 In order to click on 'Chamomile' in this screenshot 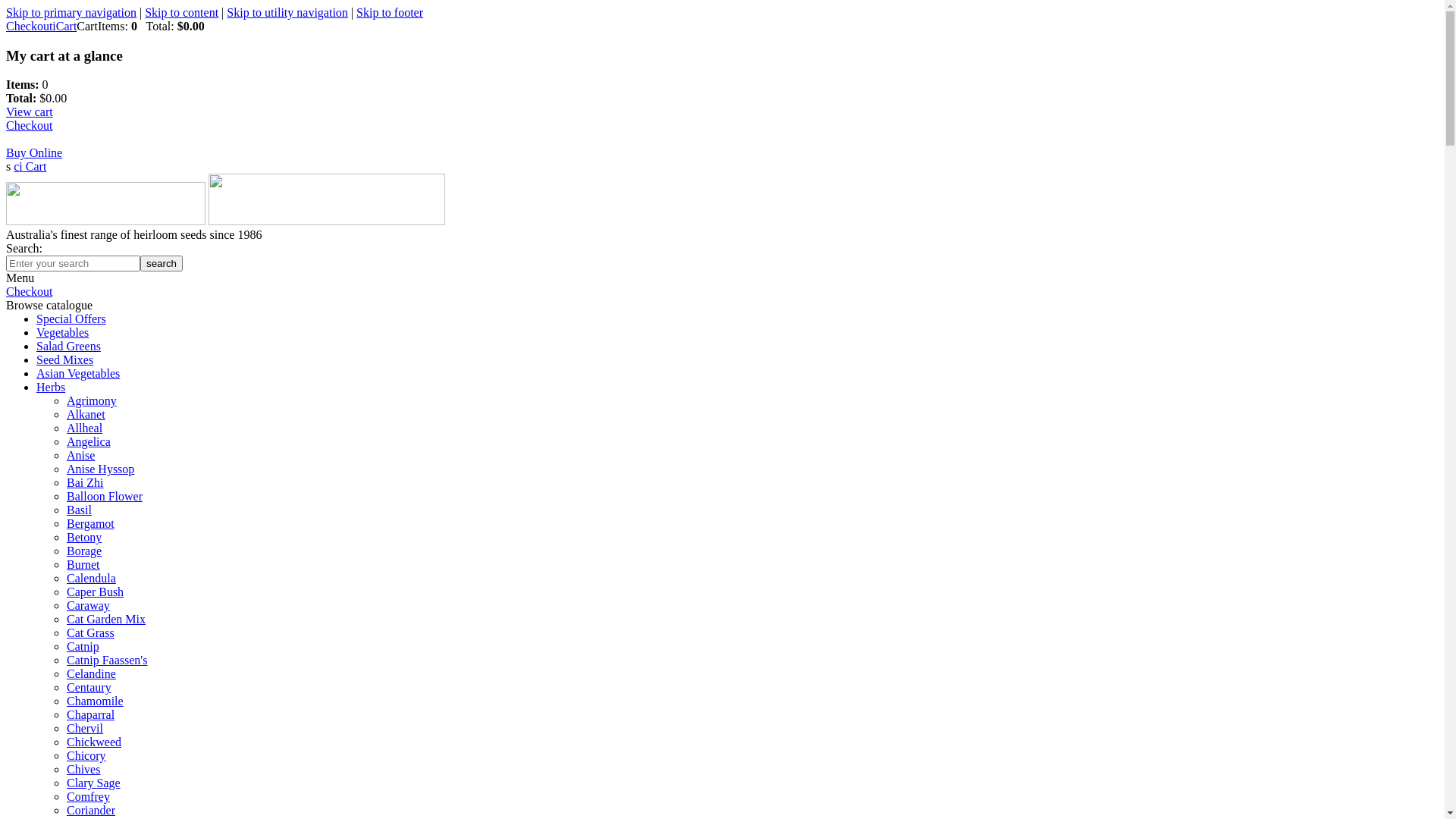, I will do `click(94, 701)`.